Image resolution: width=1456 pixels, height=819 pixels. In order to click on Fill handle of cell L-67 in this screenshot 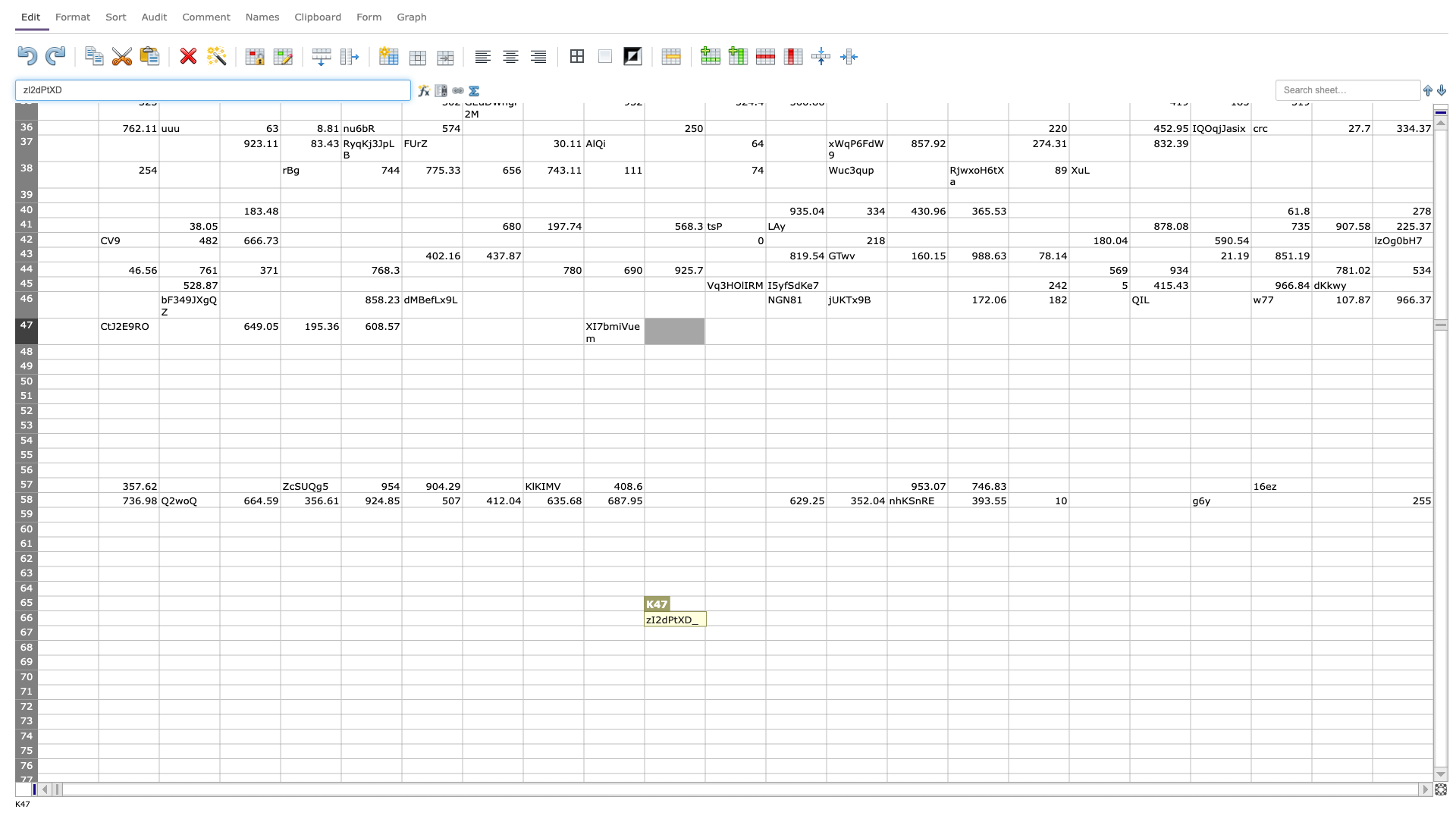, I will do `click(765, 640)`.